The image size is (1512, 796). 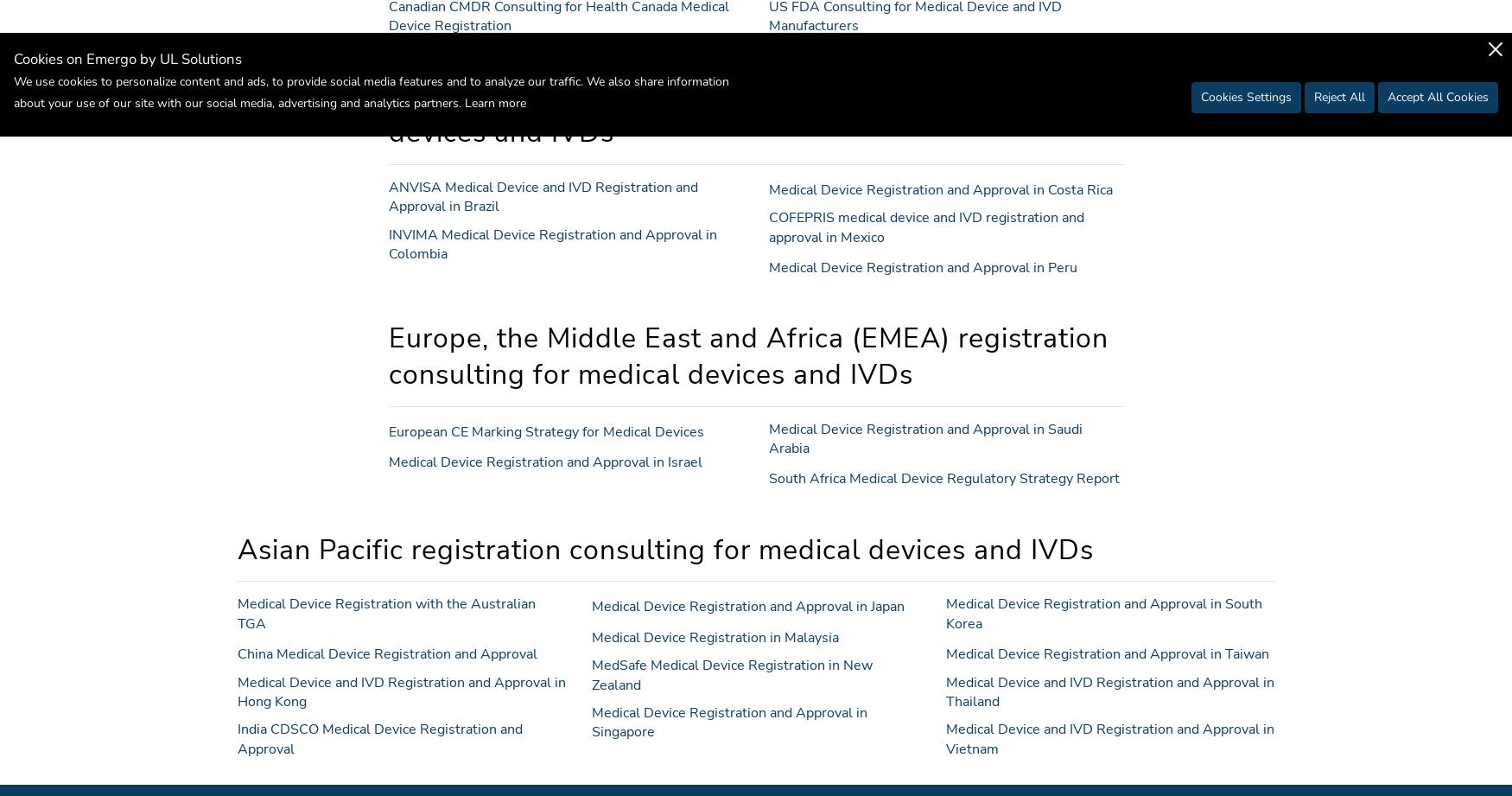 I want to click on 'China Medical Device Registration and Approval', so click(x=387, y=653).